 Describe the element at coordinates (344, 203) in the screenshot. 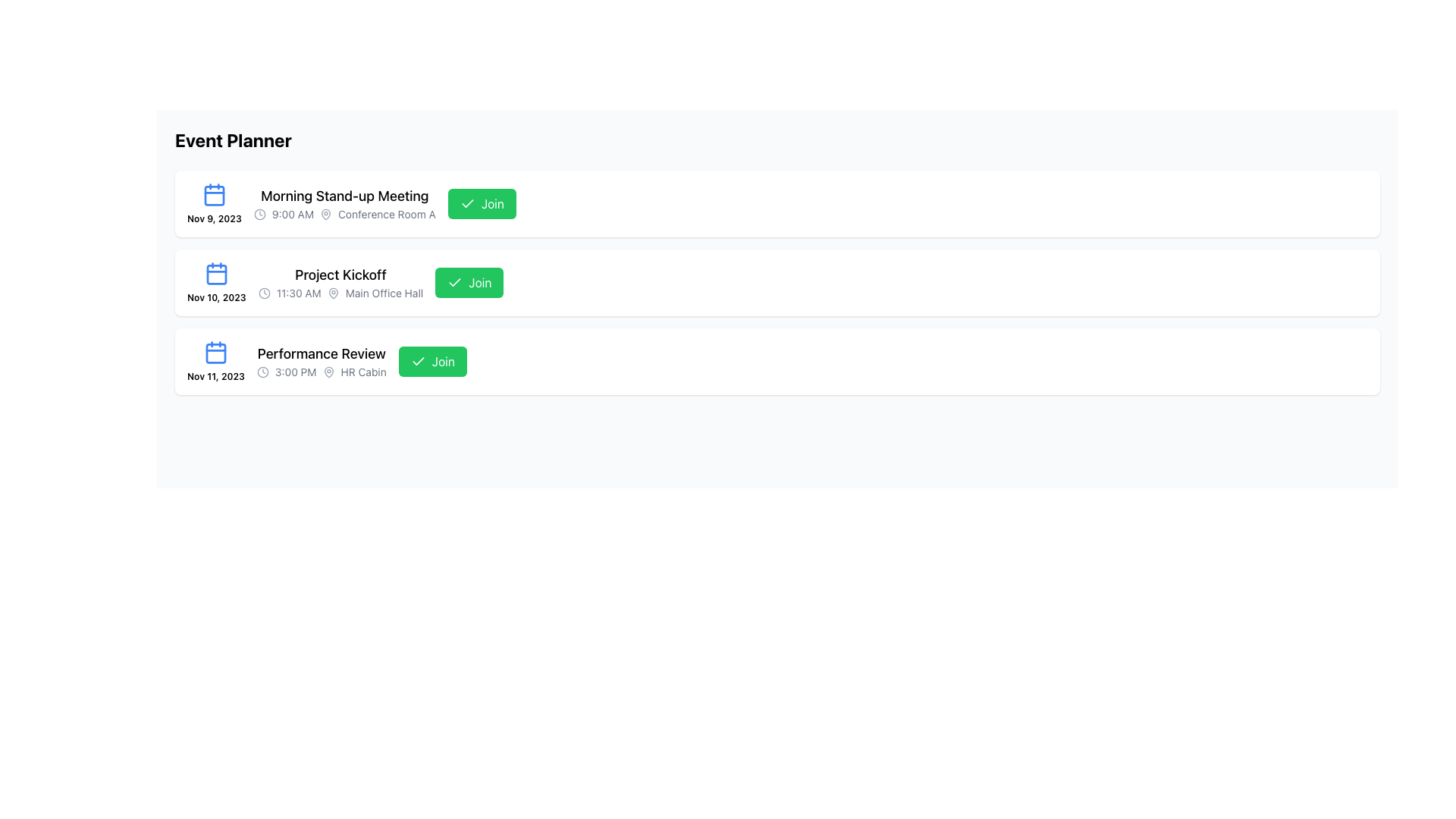

I see `the 'Morning Stand-up Meeting' event detail display panel` at that location.